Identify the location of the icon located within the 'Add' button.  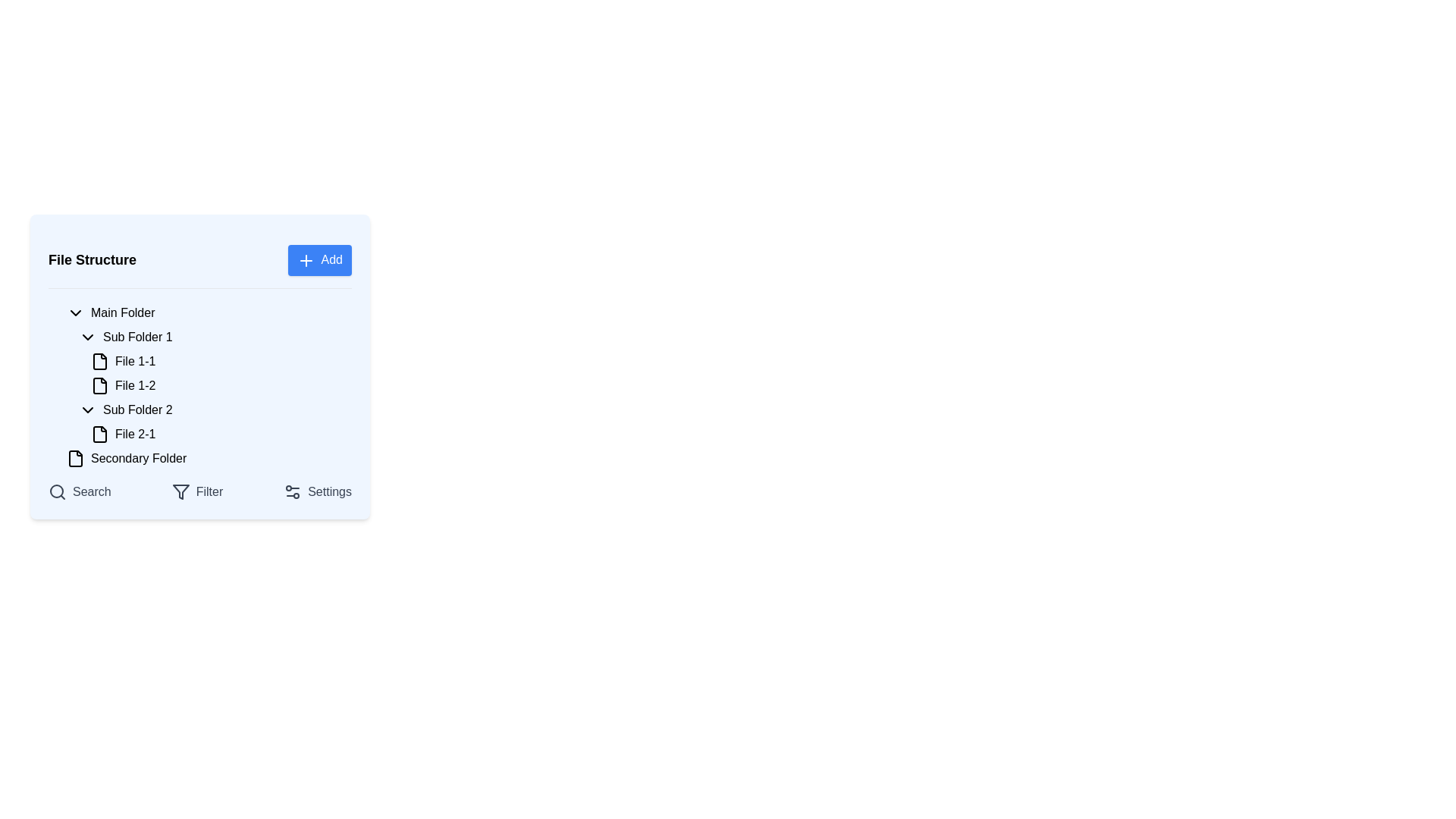
(305, 259).